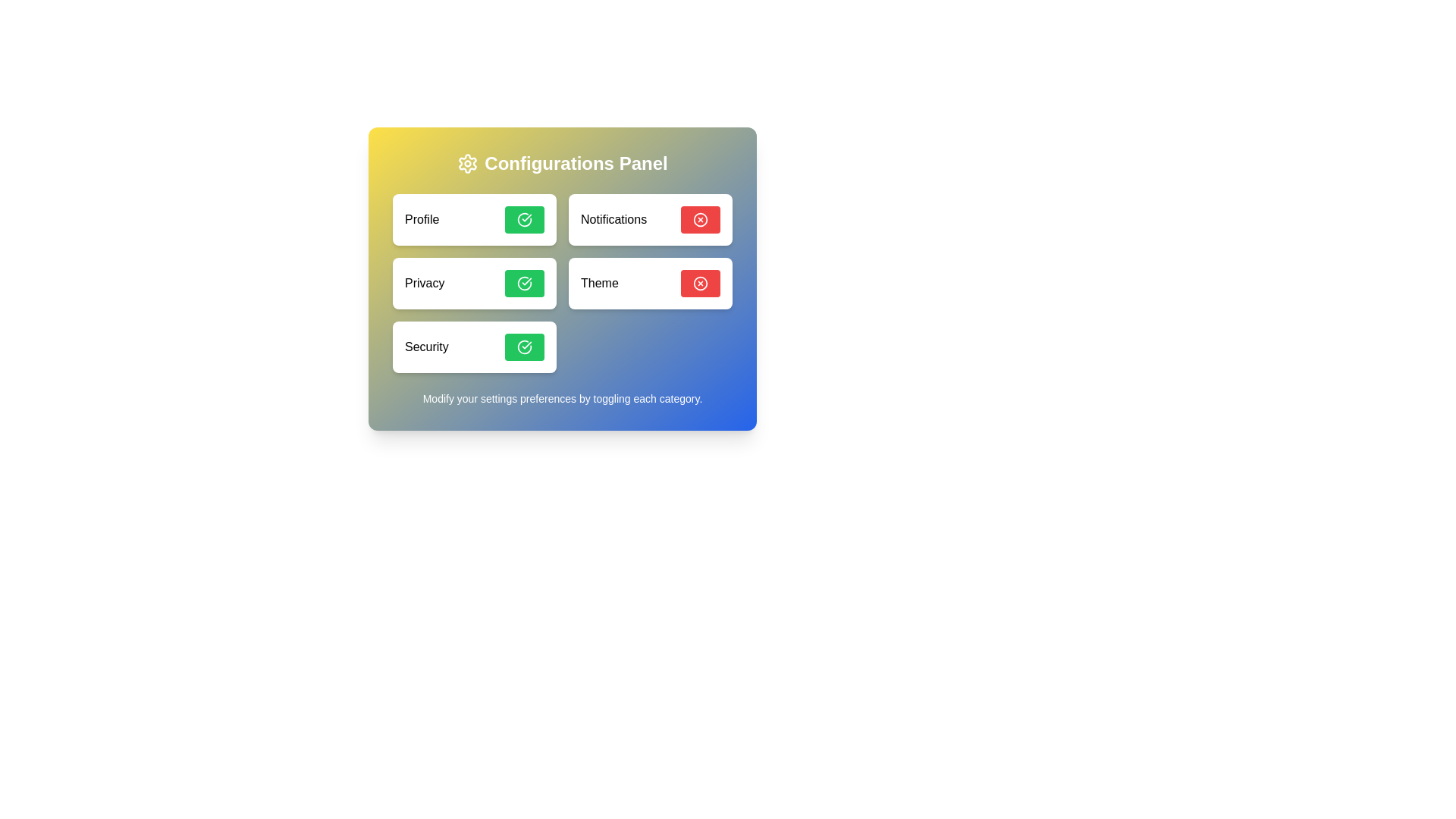  What do you see at coordinates (562, 397) in the screenshot?
I see `text label located at the bottom part of the 'Configurations Panel', positioned centrally underneath all other components for guidance` at bounding box center [562, 397].